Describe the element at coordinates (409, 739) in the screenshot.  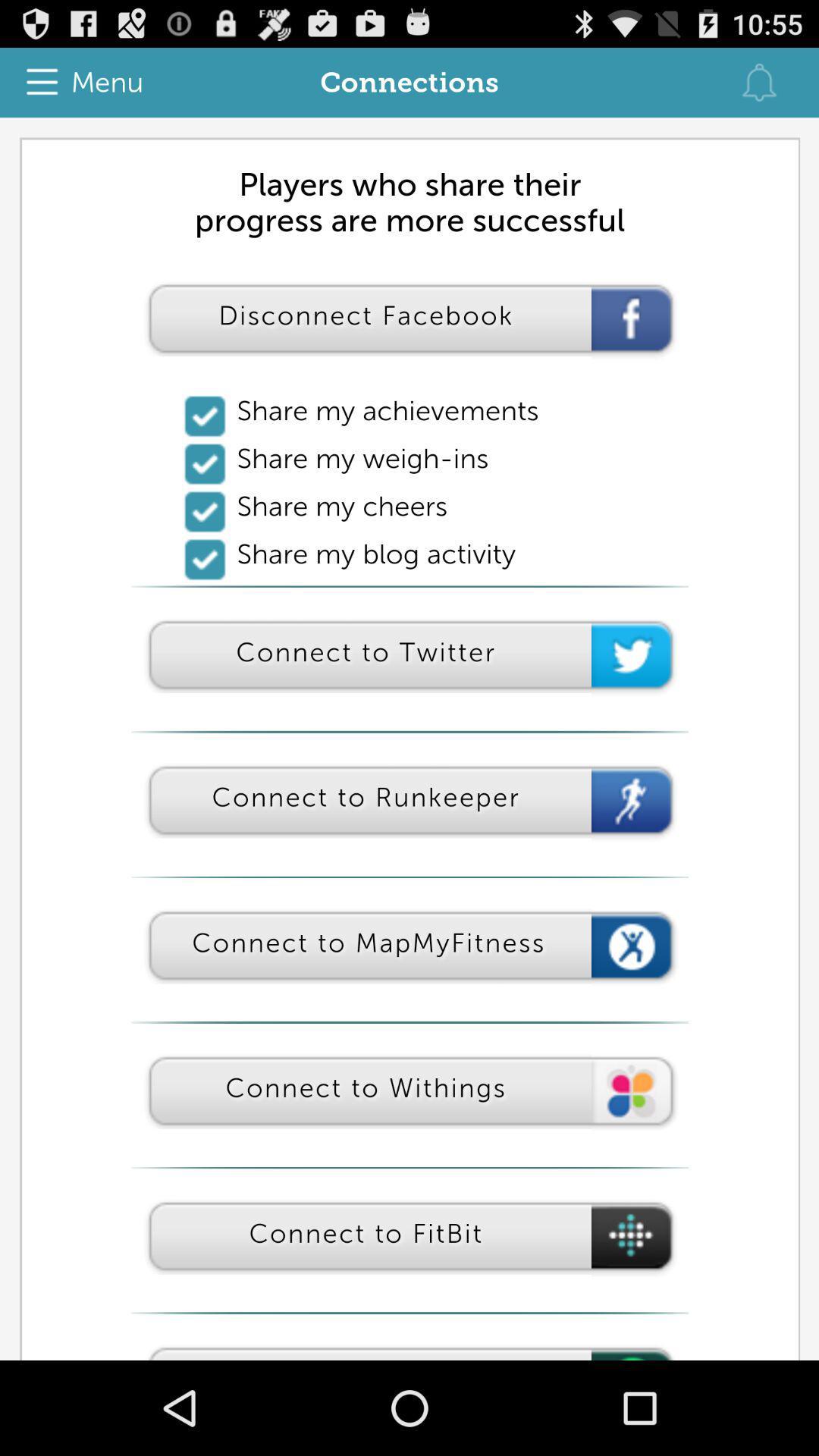
I see `content of connections` at that location.